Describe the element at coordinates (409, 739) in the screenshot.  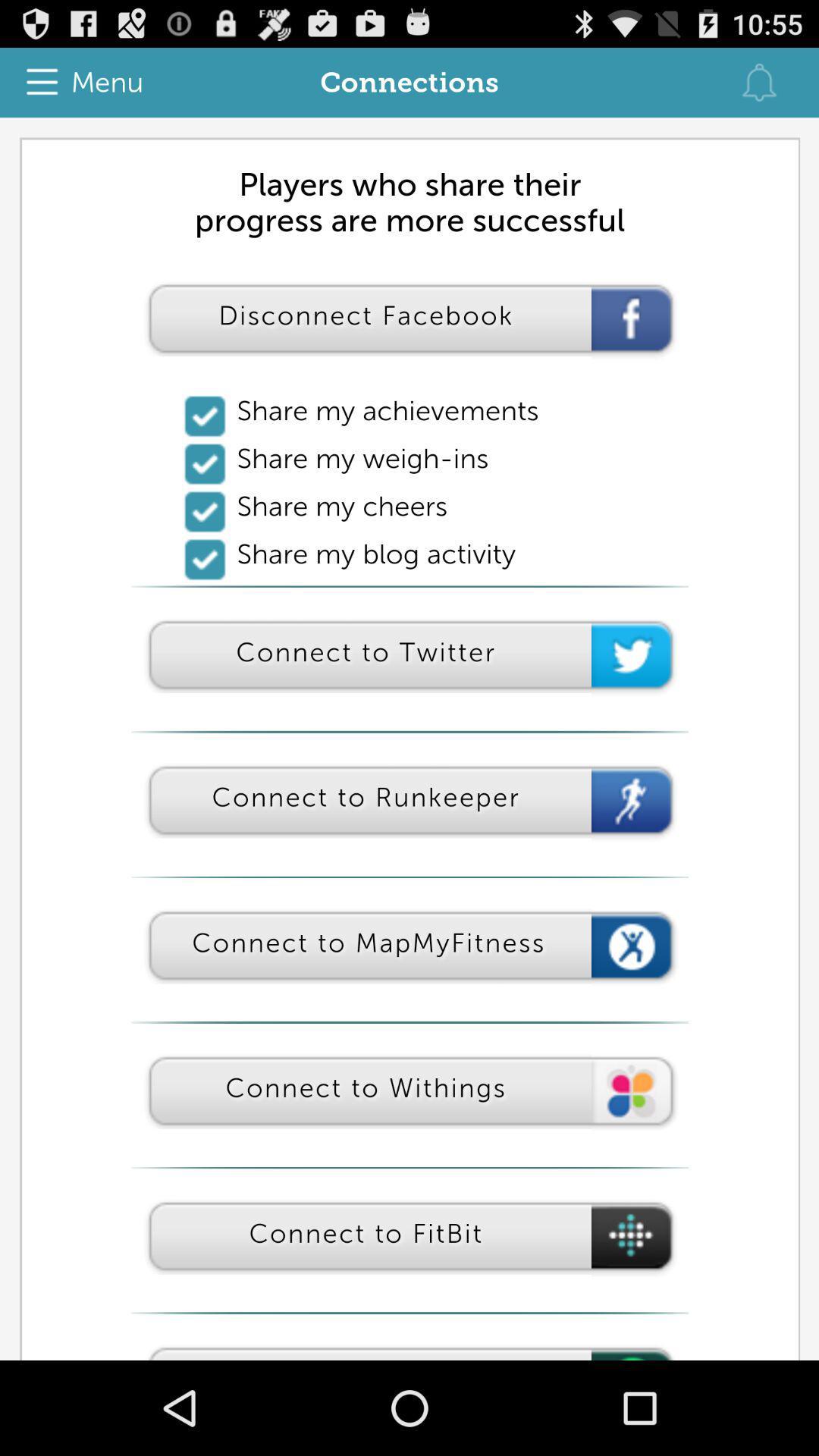
I see `content of connections` at that location.